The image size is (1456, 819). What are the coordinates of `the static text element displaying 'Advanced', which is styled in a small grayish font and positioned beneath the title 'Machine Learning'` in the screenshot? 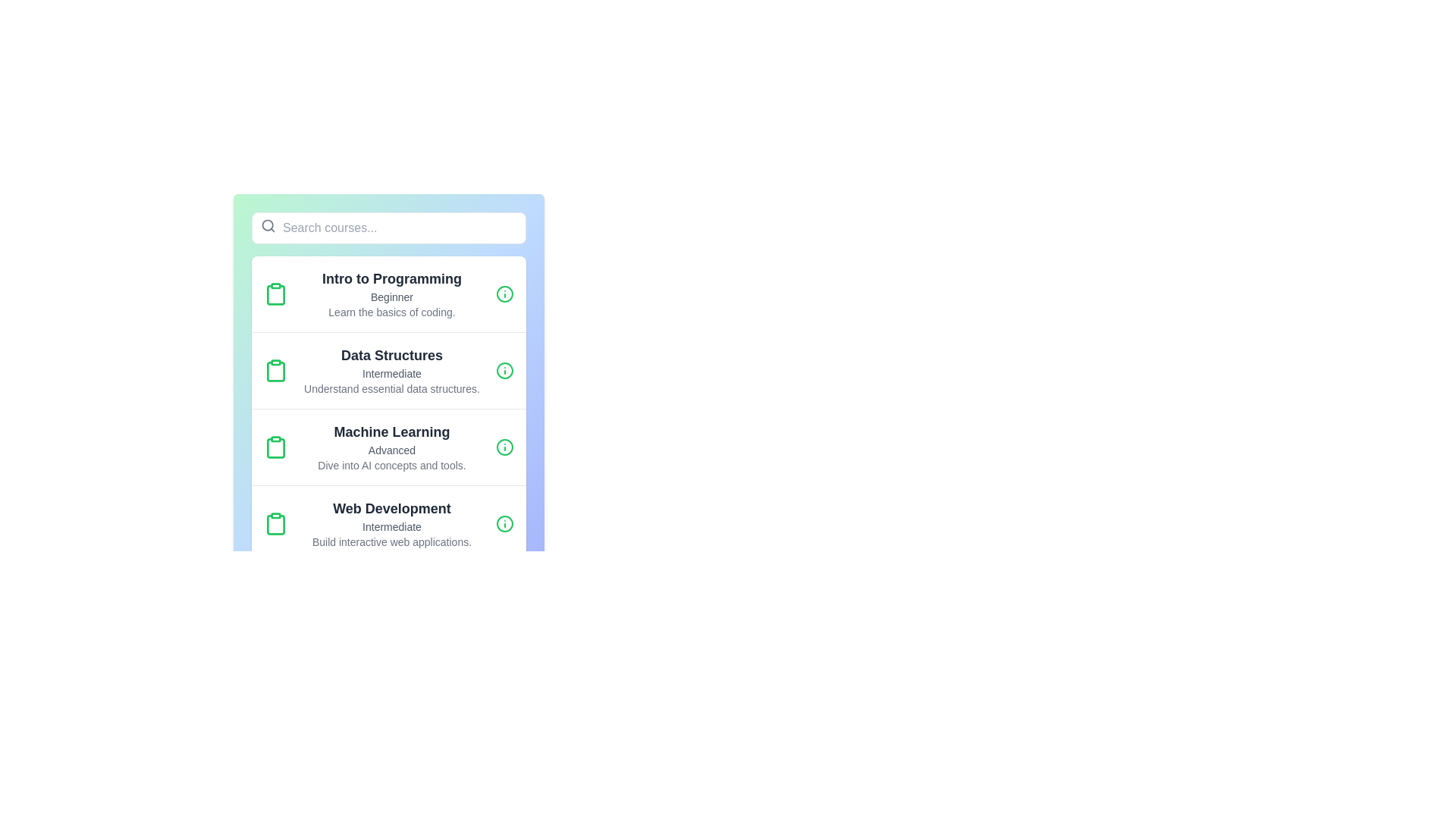 It's located at (392, 450).